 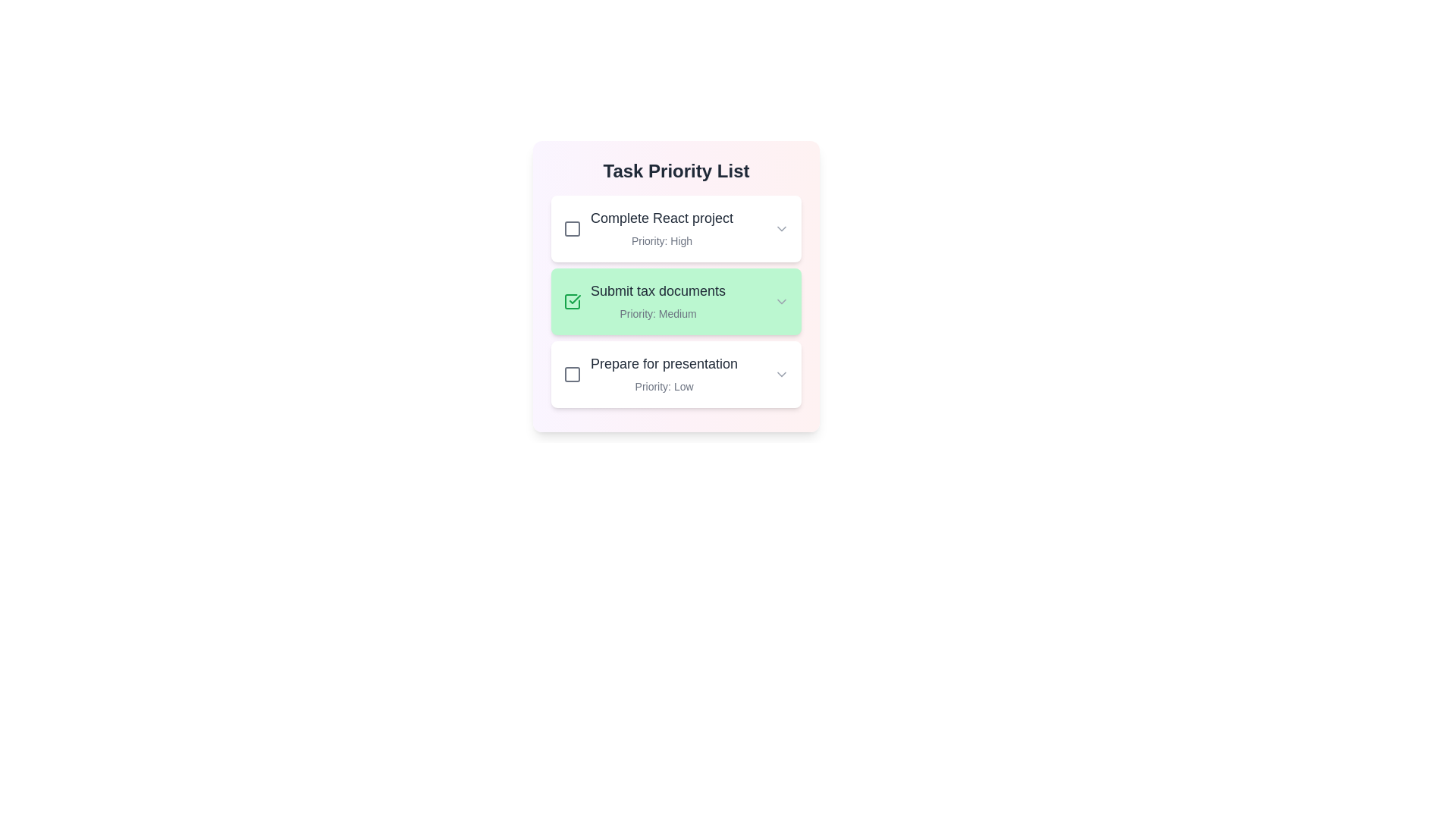 What do you see at coordinates (662, 218) in the screenshot?
I see `the task title to select it for editing or copying` at bounding box center [662, 218].